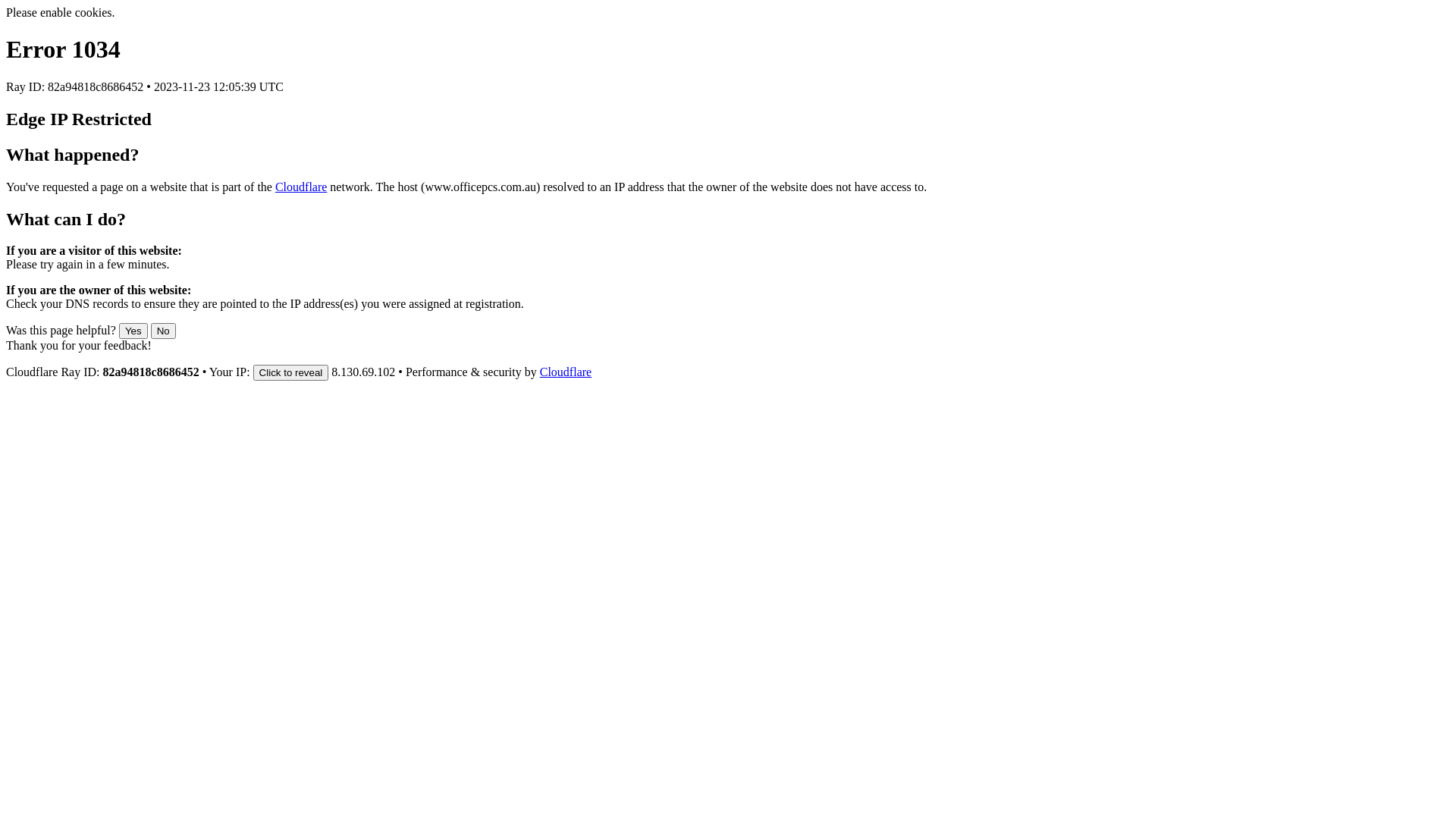 The image size is (1456, 819). What do you see at coordinates (564, 372) in the screenshot?
I see `'Cloudflare'` at bounding box center [564, 372].